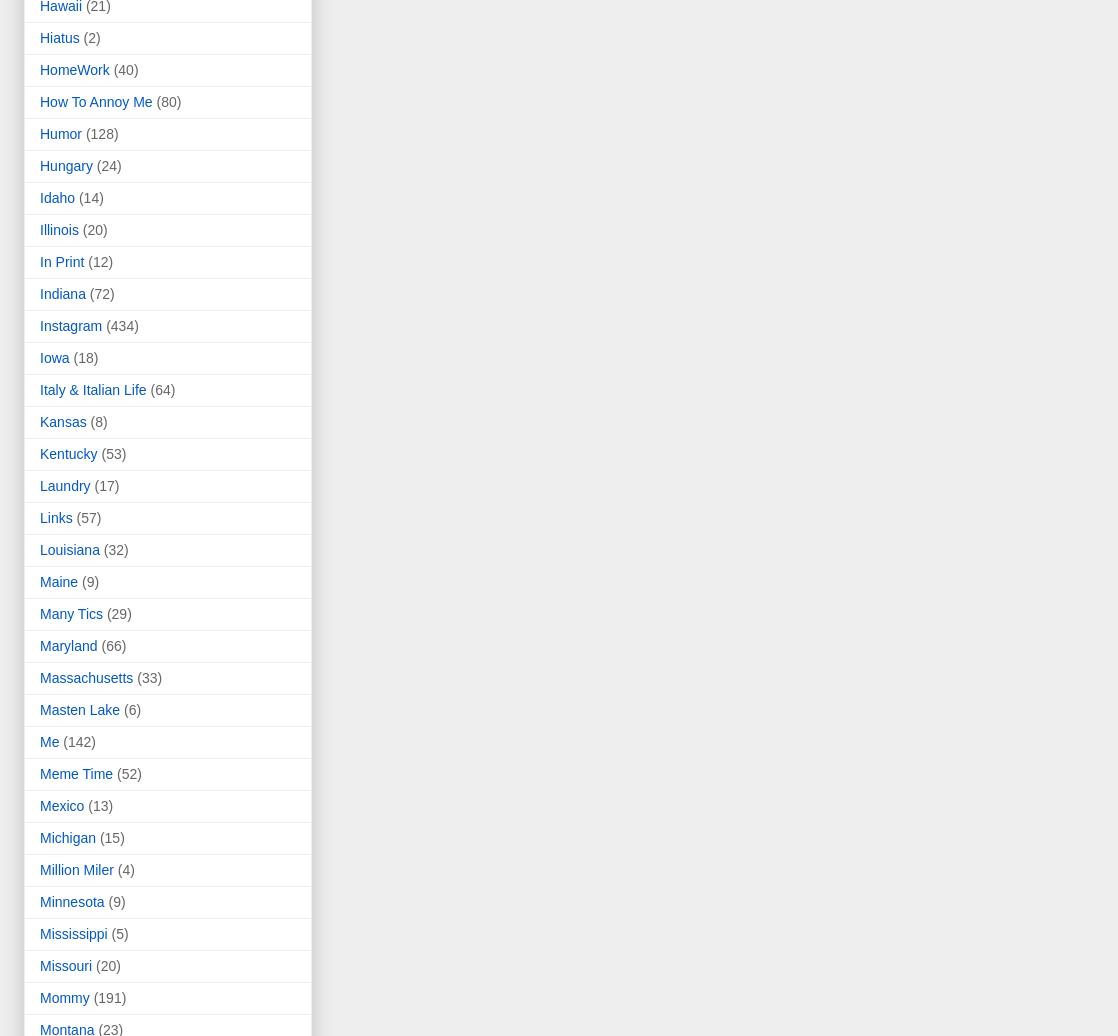 The width and height of the screenshot is (1118, 1036). Describe the element at coordinates (113, 453) in the screenshot. I see `'(53)'` at that location.